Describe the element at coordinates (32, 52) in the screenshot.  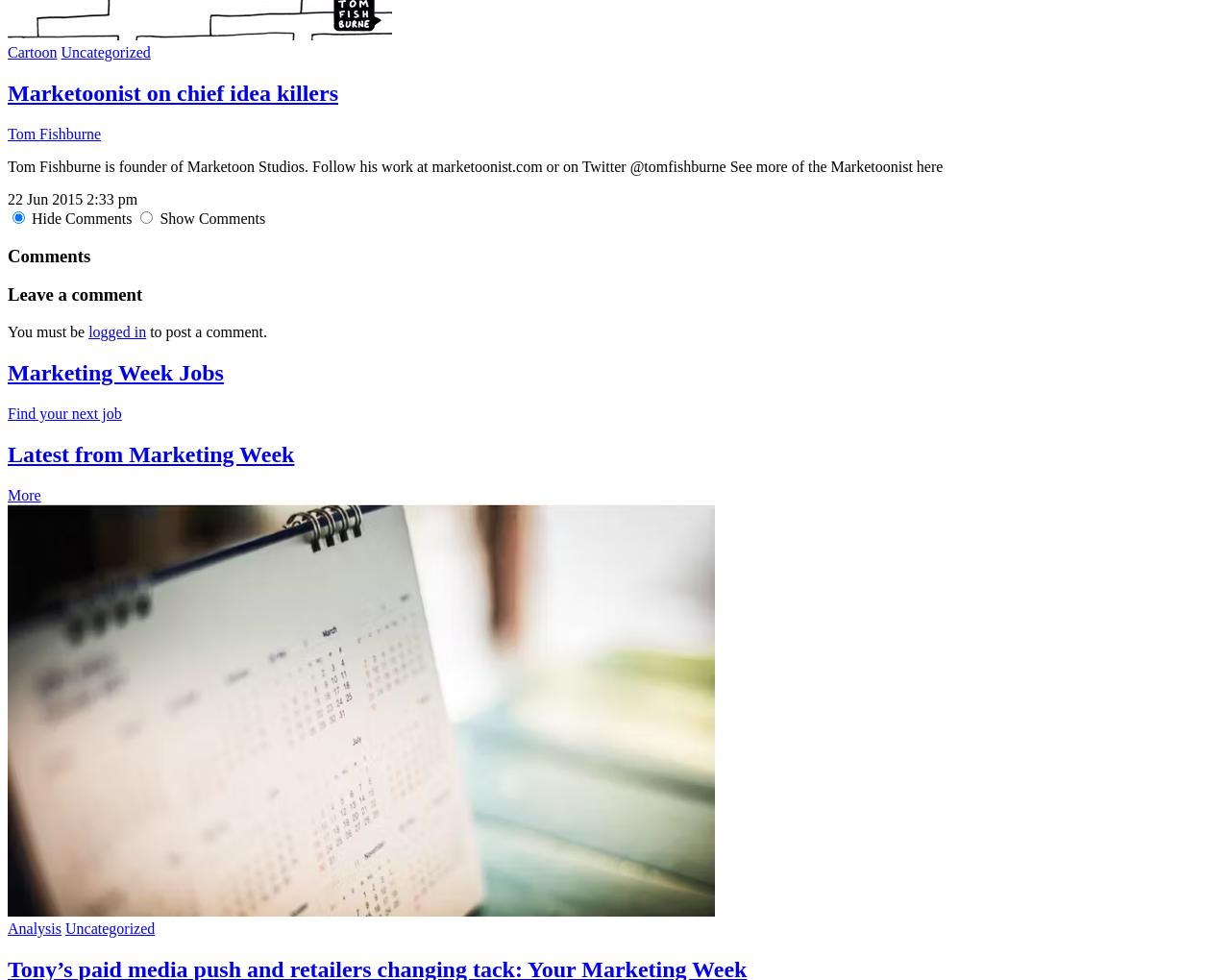
I see `'Cartoon'` at that location.